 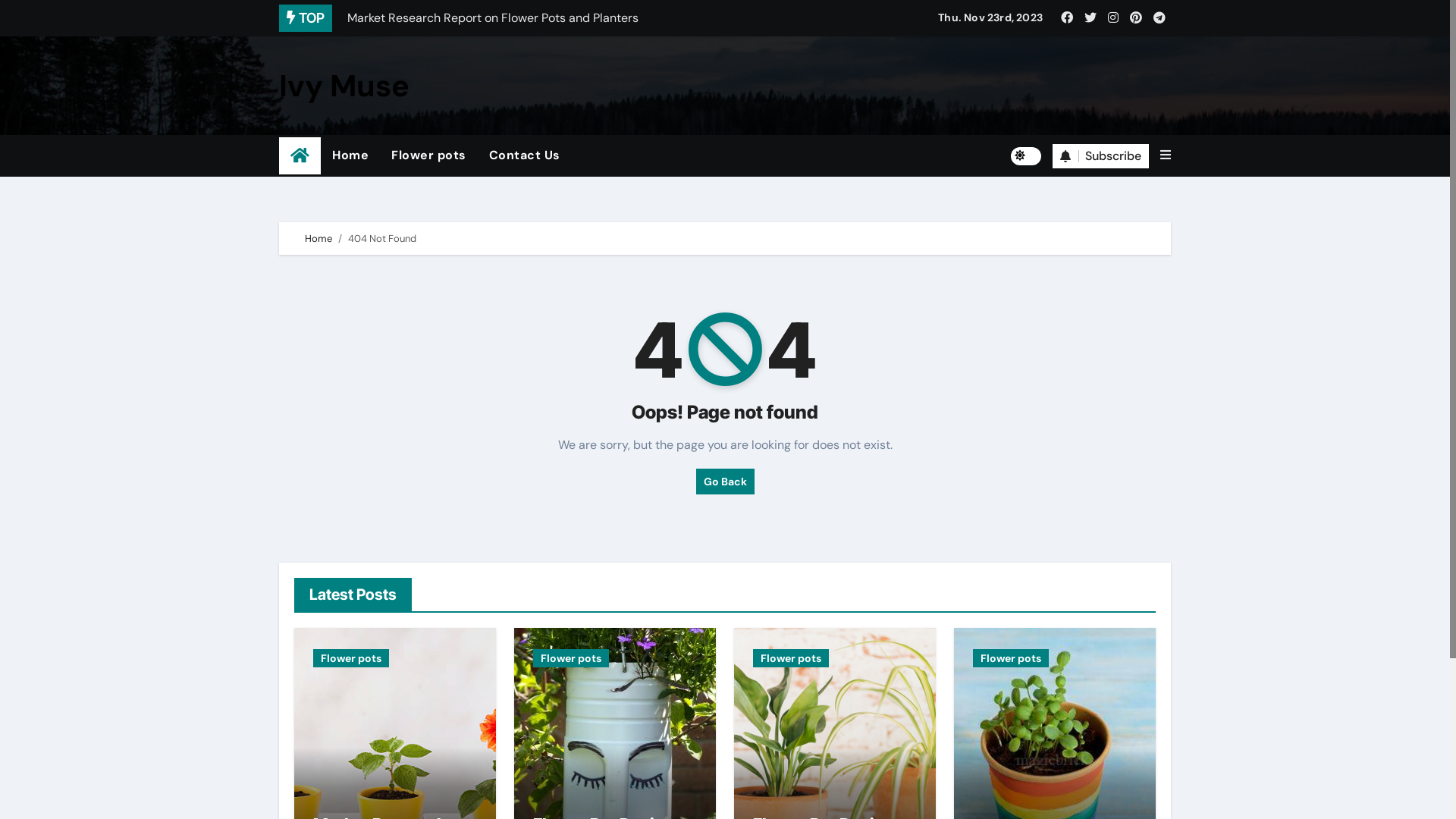 What do you see at coordinates (349, 155) in the screenshot?
I see `'Home'` at bounding box center [349, 155].